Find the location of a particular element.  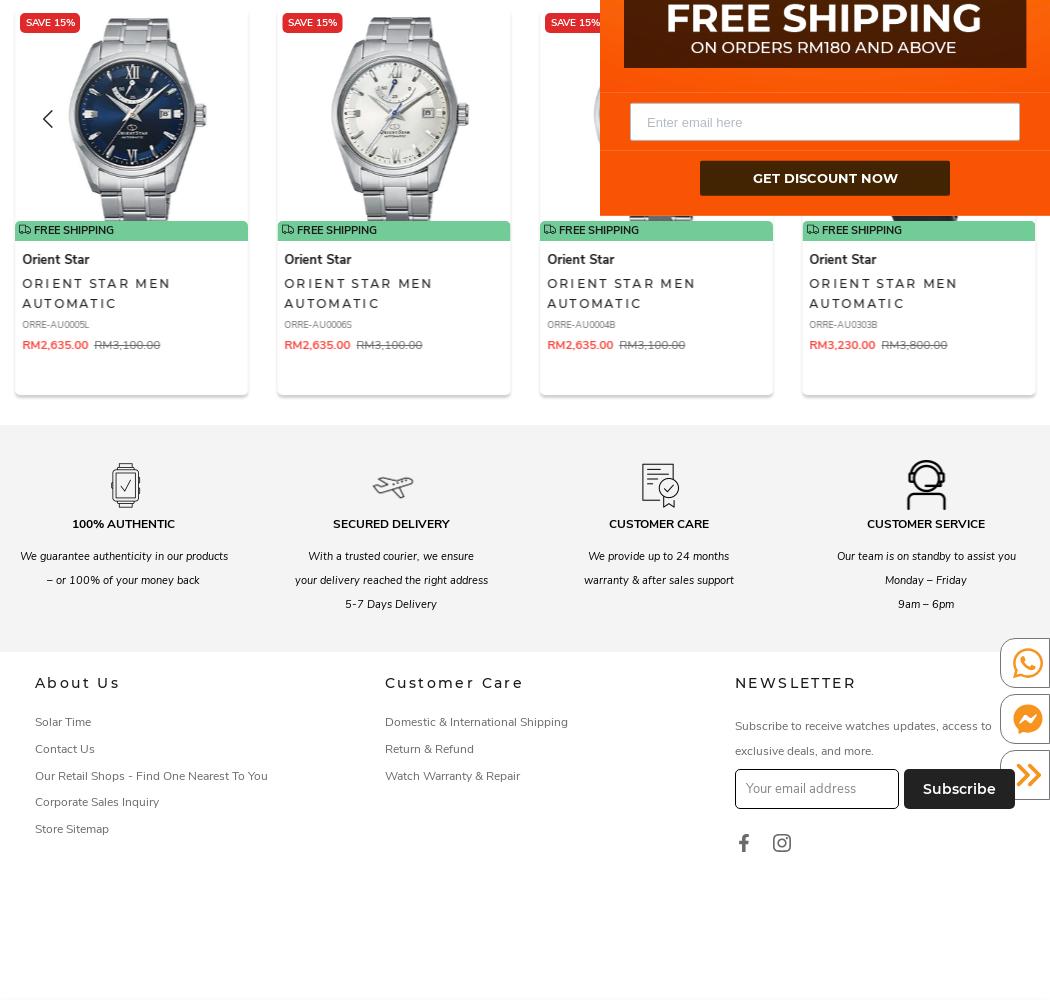

'5-7 Days Delivery' is located at coordinates (344, 602).